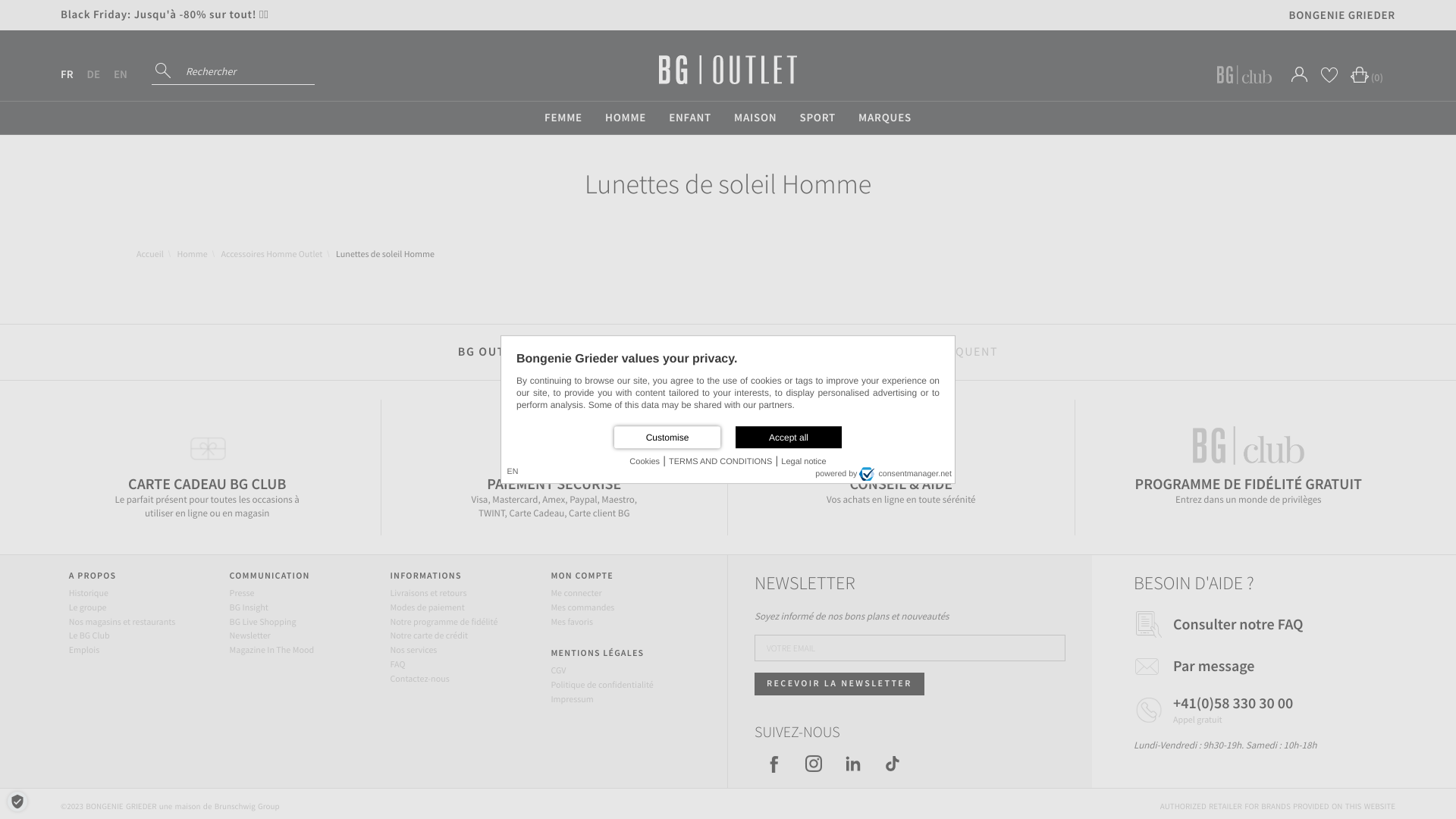 The width and height of the screenshot is (1456, 819). I want to click on 'Par message', so click(1172, 665).